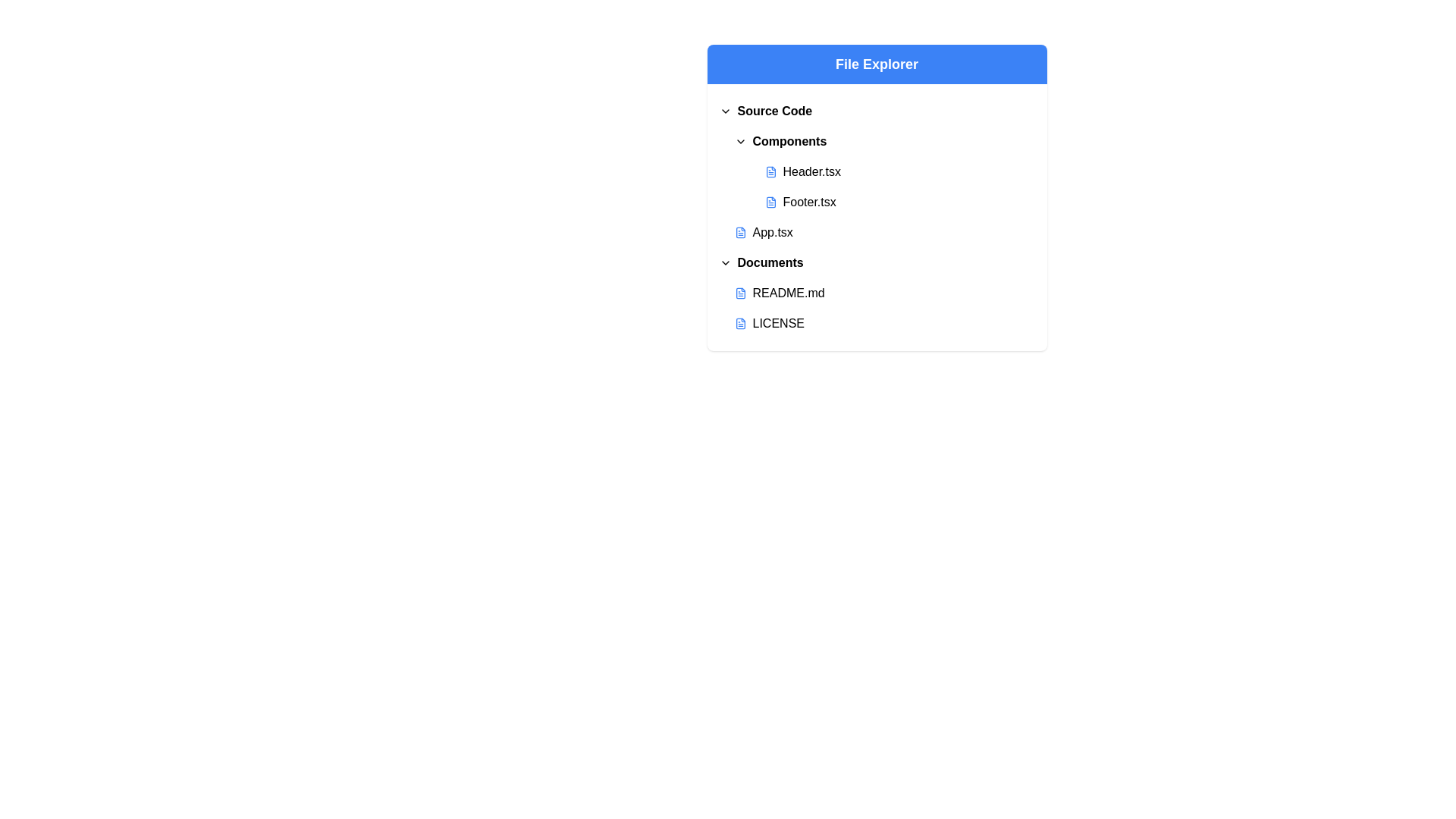 Image resolution: width=1456 pixels, height=819 pixels. I want to click on the interactive SVG icon toggle indicator located to the left of the 'Components' label text, so click(740, 141).